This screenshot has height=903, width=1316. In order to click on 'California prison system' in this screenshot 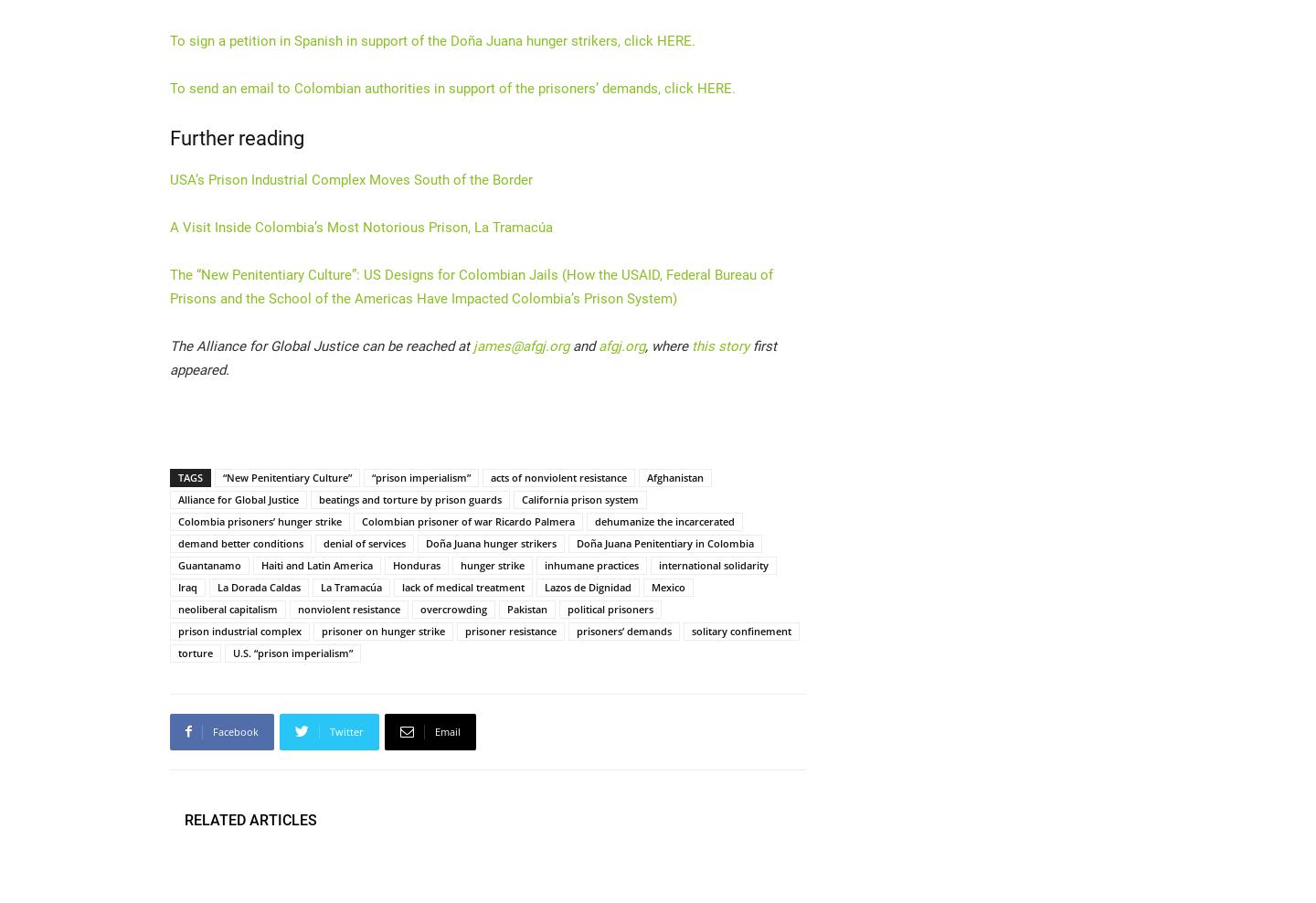, I will do `click(579, 497)`.